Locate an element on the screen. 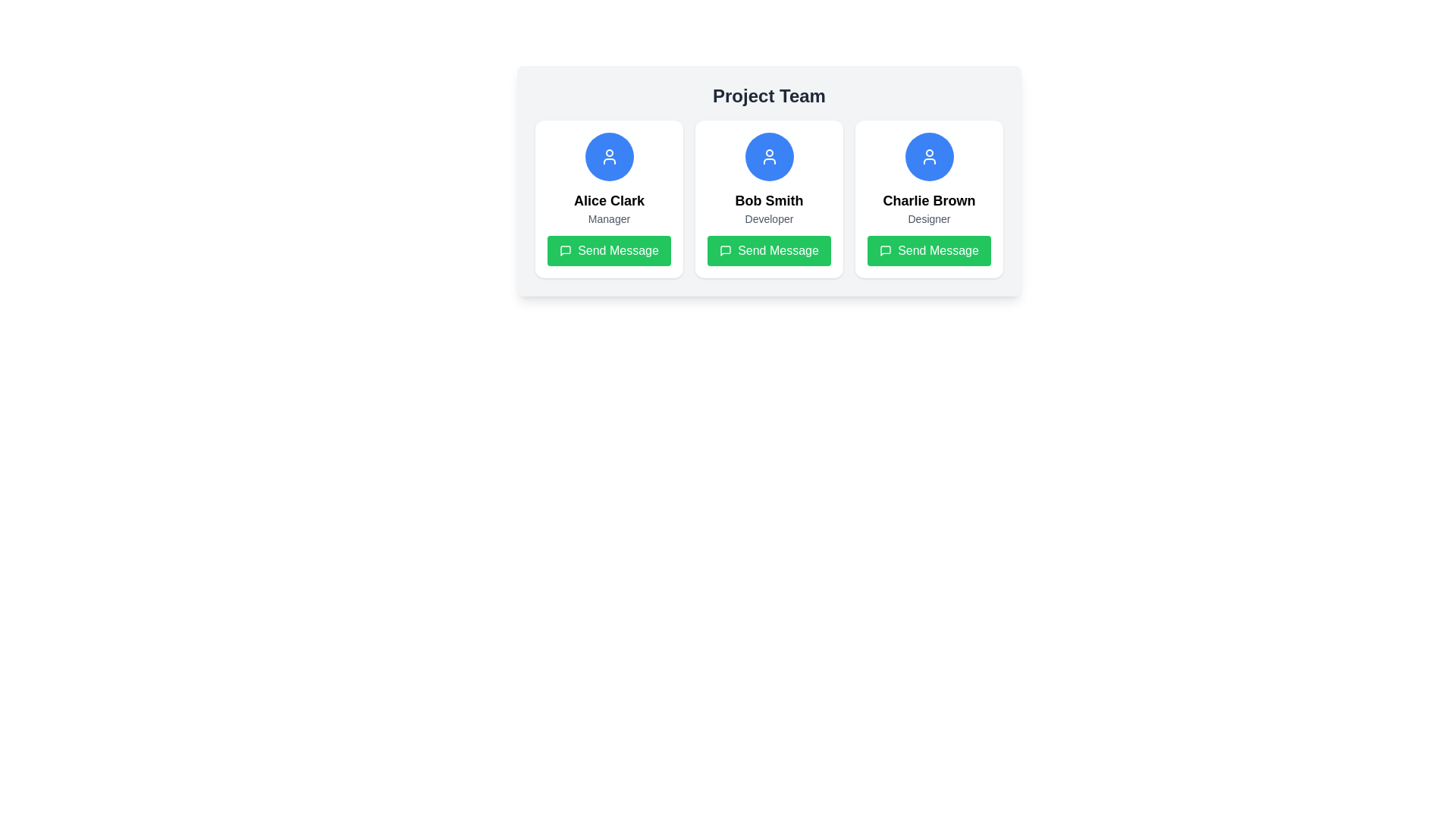  the circular blue icon featuring a white user silhouette, located in the center card labeled 'Bob Smith', positioned above the text 'Developer' is located at coordinates (769, 157).